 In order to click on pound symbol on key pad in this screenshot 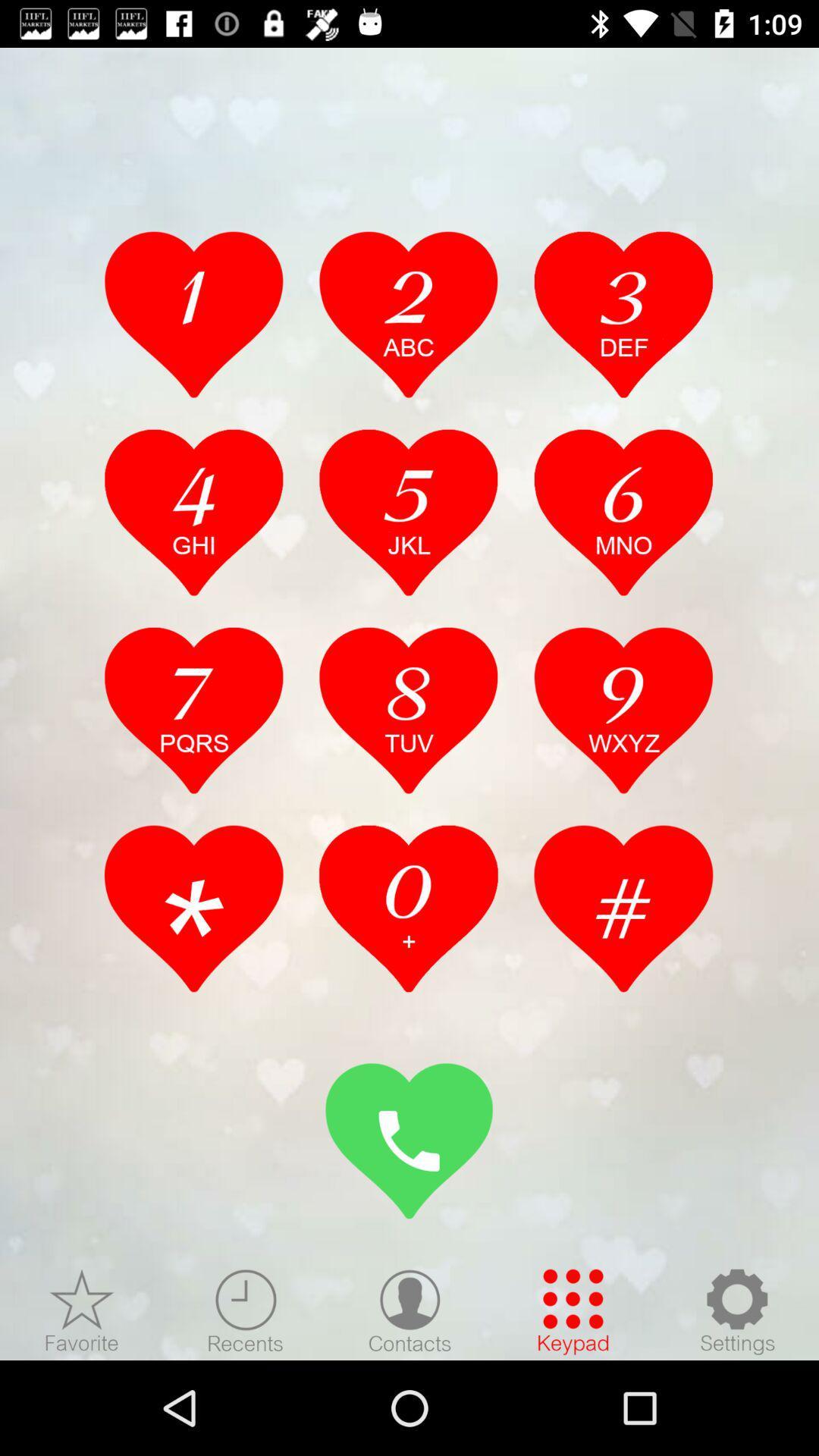, I will do `click(623, 908)`.